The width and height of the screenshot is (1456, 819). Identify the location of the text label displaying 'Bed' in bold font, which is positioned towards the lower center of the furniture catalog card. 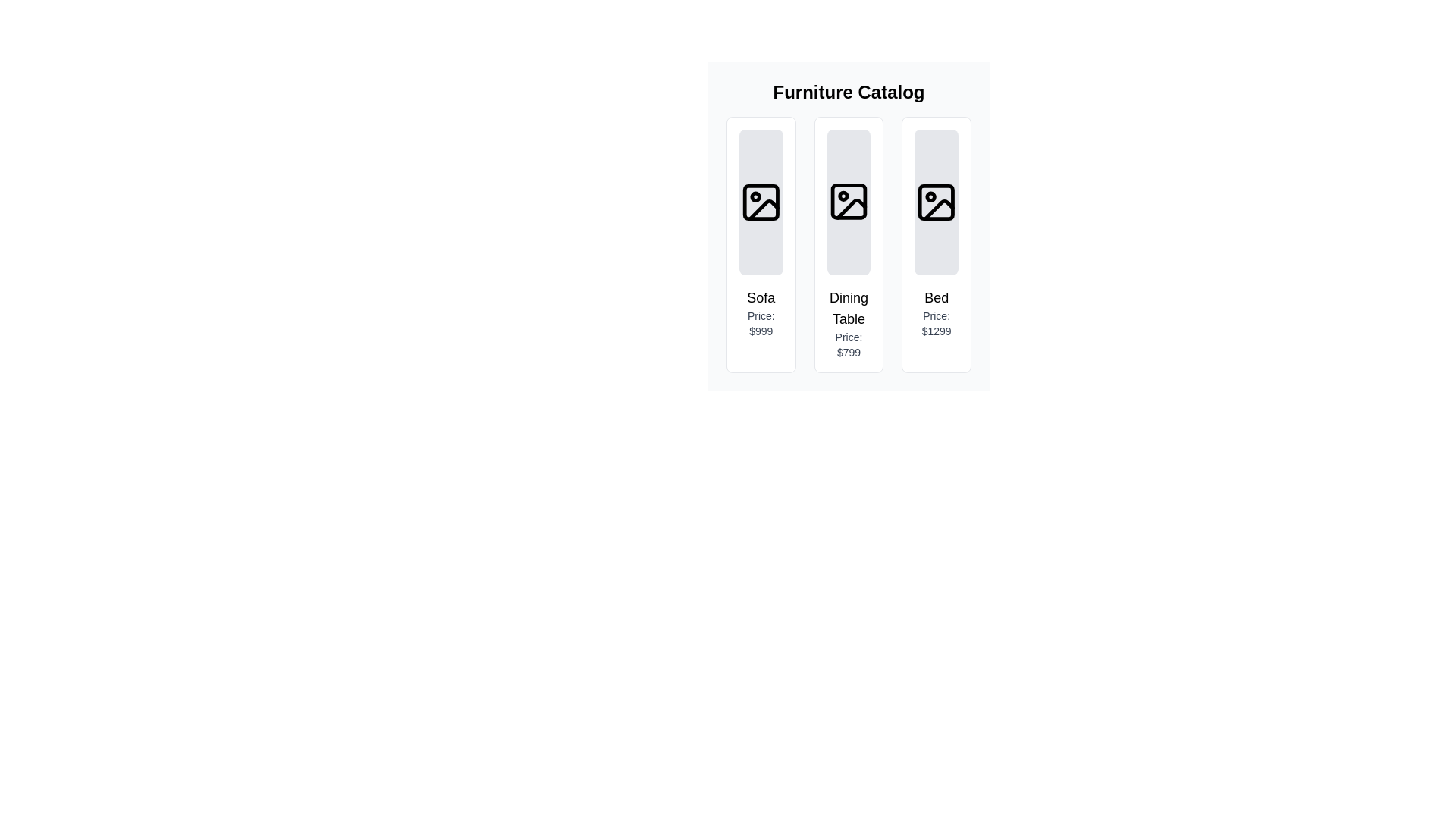
(936, 298).